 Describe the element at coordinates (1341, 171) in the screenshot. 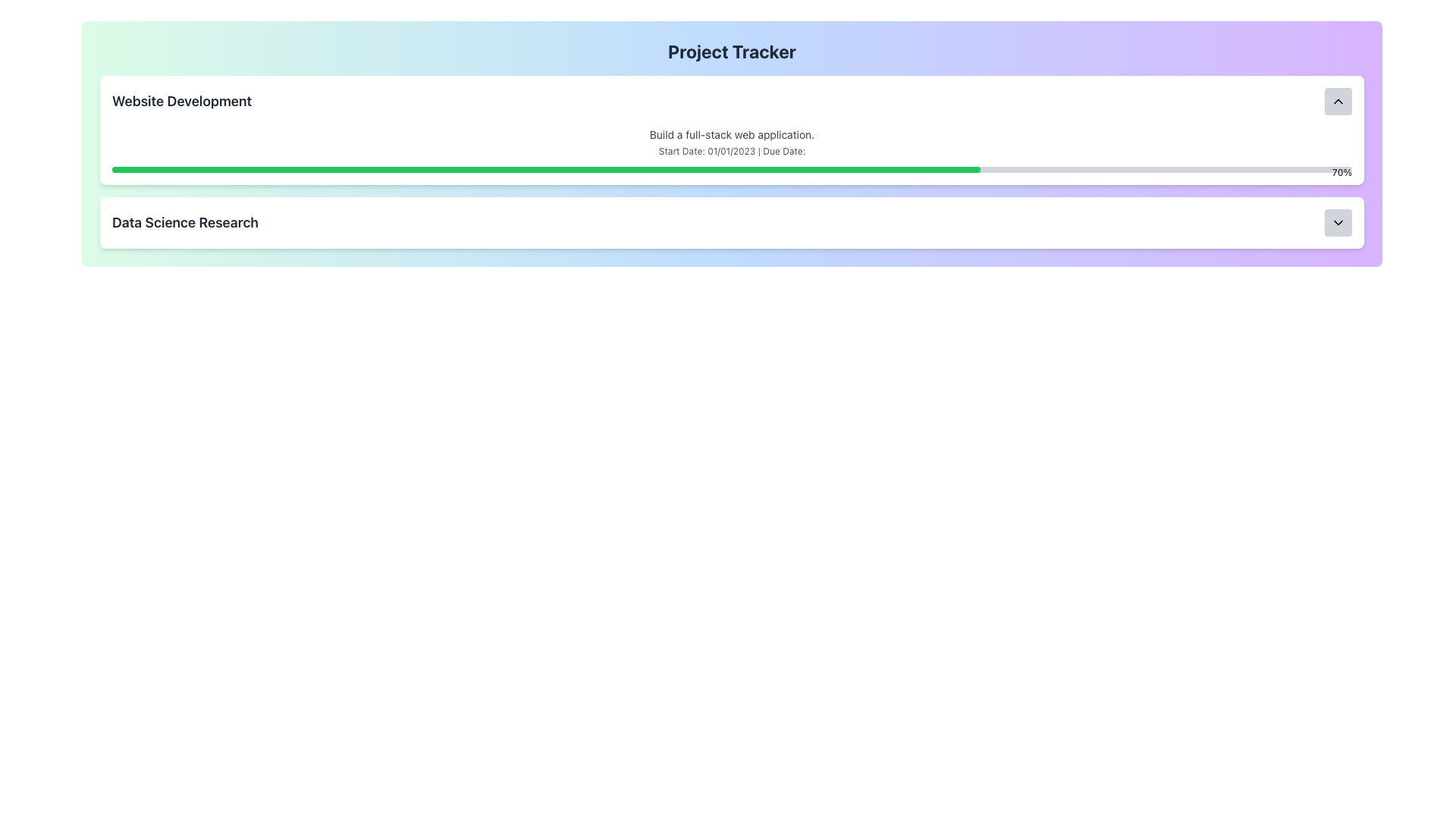

I see `the progress indicator text on the far right side of the progress bar in the 'Website Development' section` at that location.